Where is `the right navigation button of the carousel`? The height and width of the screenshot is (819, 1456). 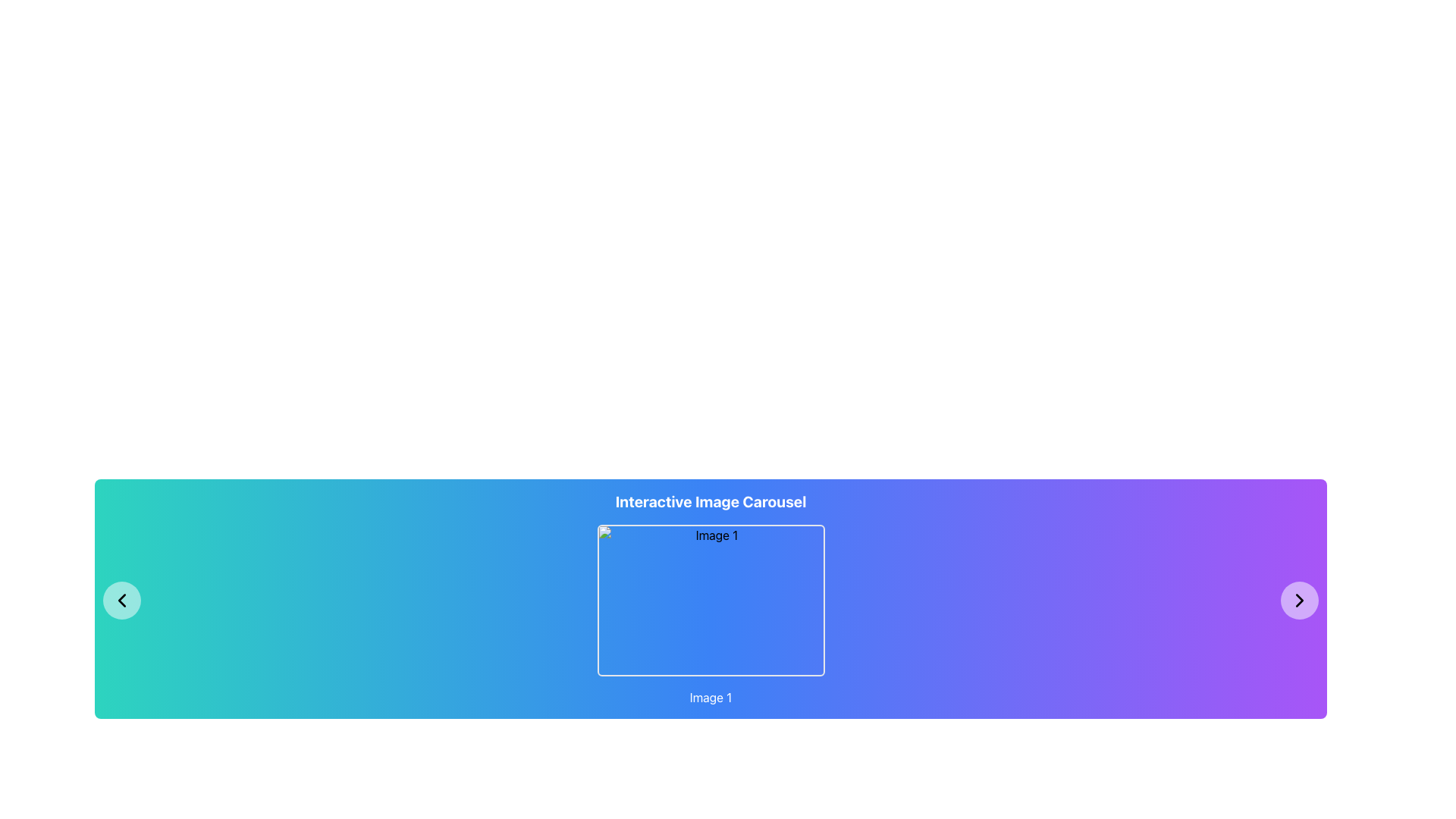 the right navigation button of the carousel is located at coordinates (1298, 599).